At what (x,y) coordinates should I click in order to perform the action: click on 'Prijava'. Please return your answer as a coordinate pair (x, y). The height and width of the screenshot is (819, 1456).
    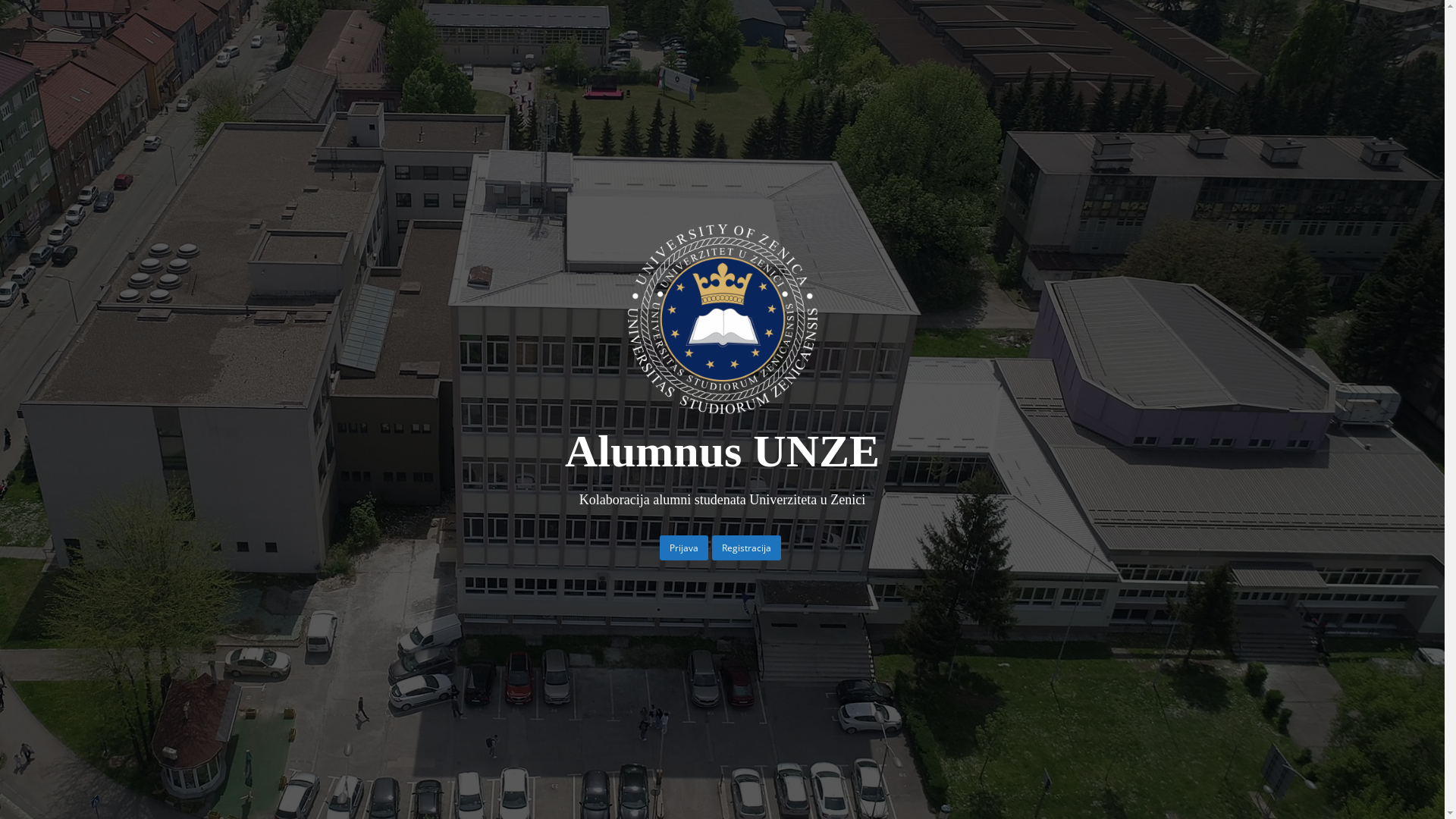
    Looking at the image, I should click on (683, 548).